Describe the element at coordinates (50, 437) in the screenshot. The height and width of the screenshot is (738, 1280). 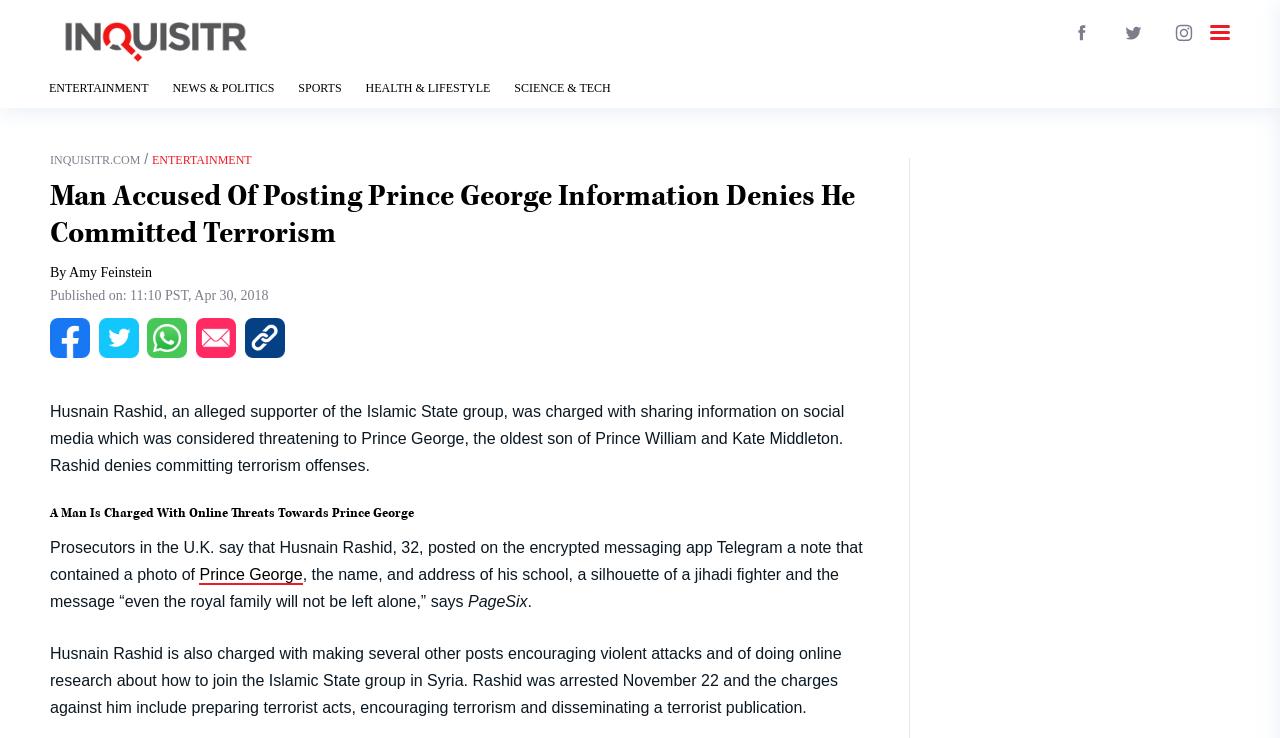
I see `'Husnain Rashid, an alleged supporter of the Islamic State group, was charged with sharing information on social media which was considered threatening to Prince George, the oldest son of Prince William and Kate Middleton. Rashid denies committing terrorism offenses.'` at that location.